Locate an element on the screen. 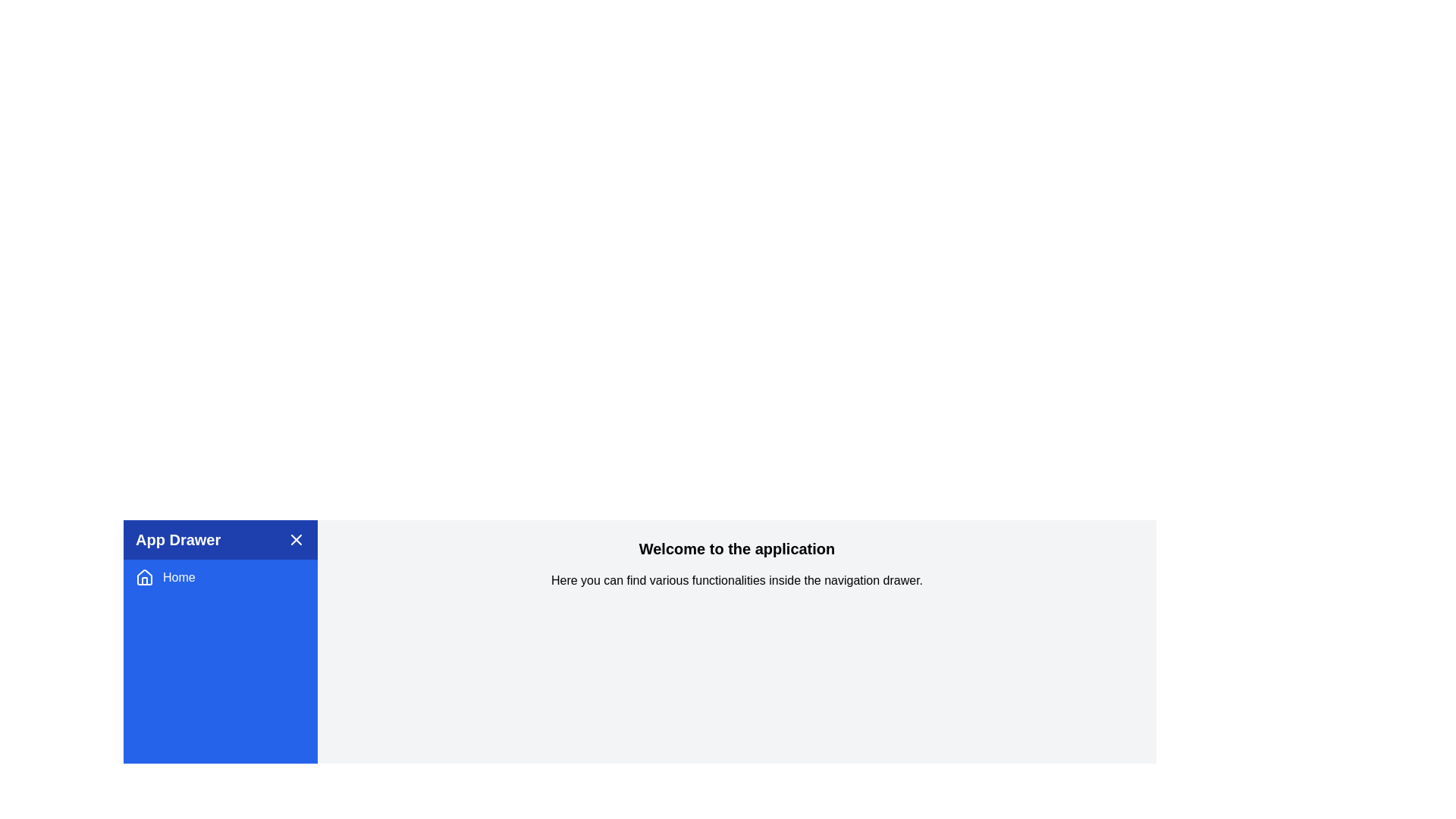  the lower rectangular portion of the house icon in the App Drawer sidebar located at the top-left corner of the interface is located at coordinates (145, 580).